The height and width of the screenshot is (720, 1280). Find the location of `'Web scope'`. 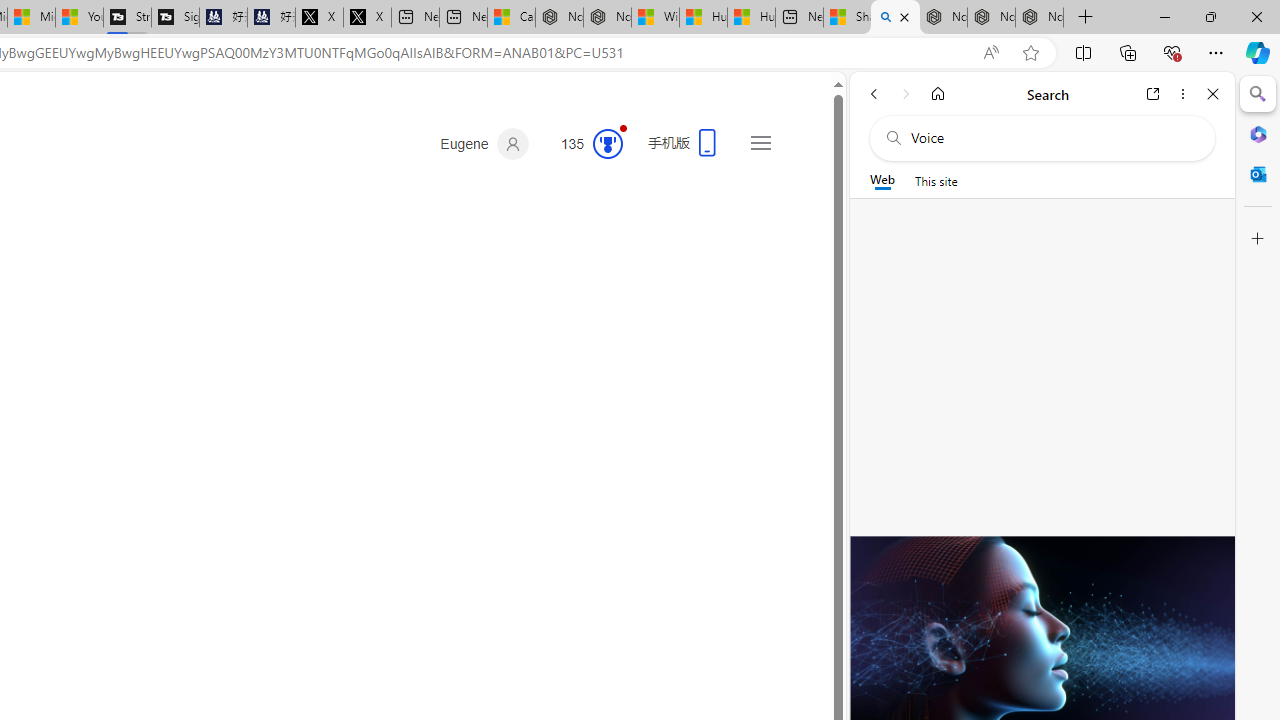

'Web scope' is located at coordinates (881, 180).